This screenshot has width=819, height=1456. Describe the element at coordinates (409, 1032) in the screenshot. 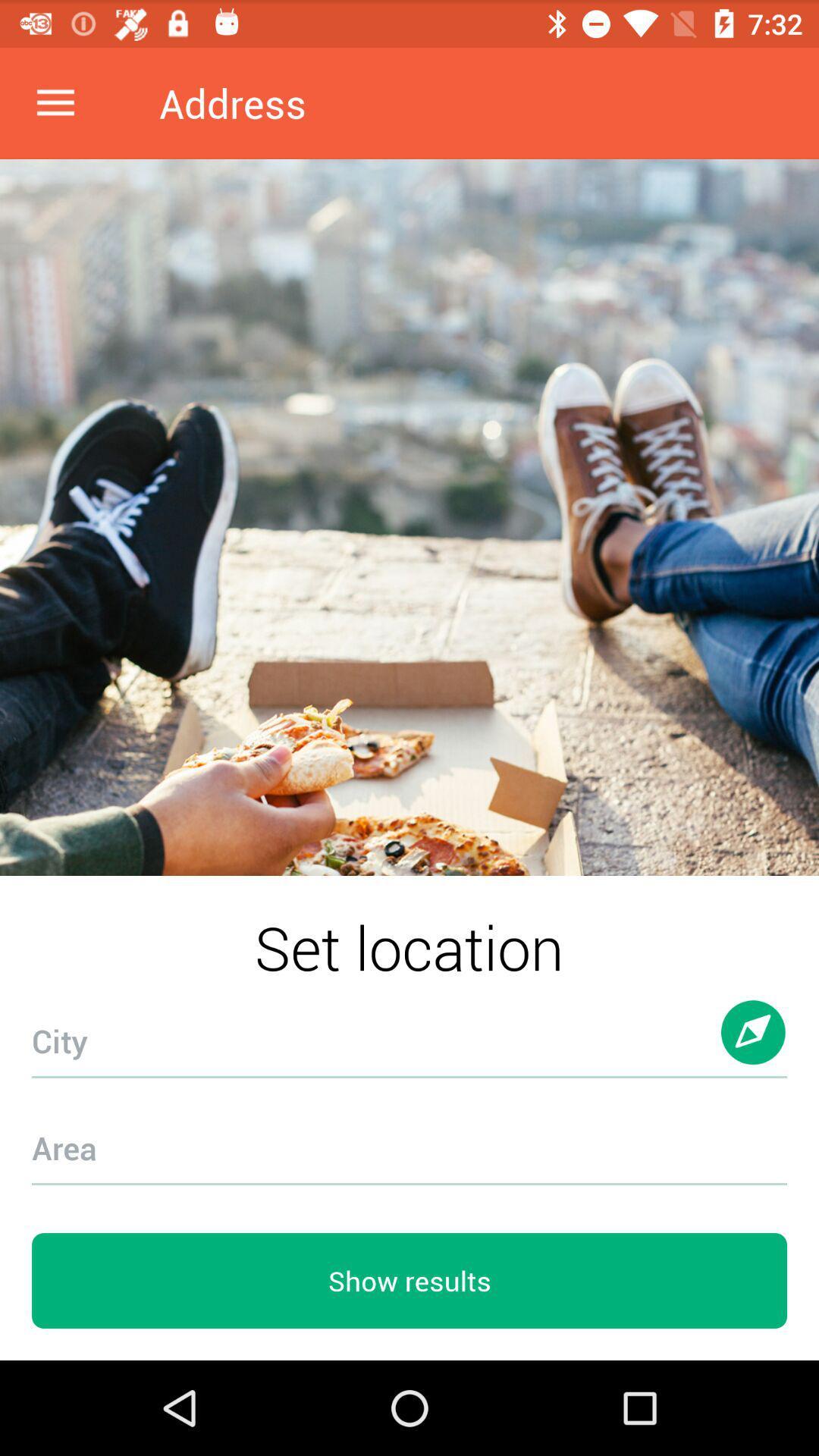

I see `the icon below the set location` at that location.